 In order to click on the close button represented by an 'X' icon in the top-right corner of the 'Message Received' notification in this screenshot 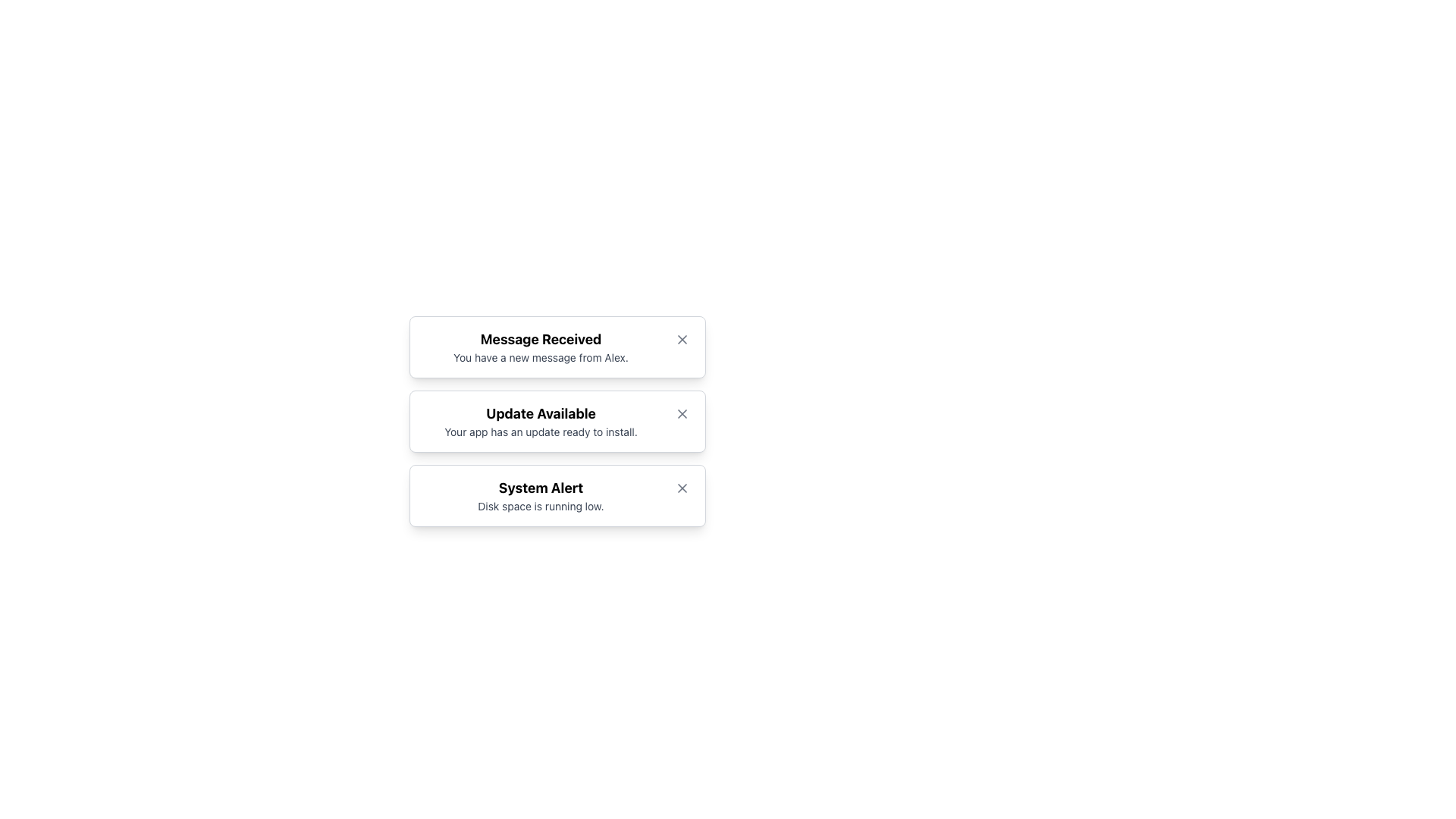, I will do `click(682, 338)`.